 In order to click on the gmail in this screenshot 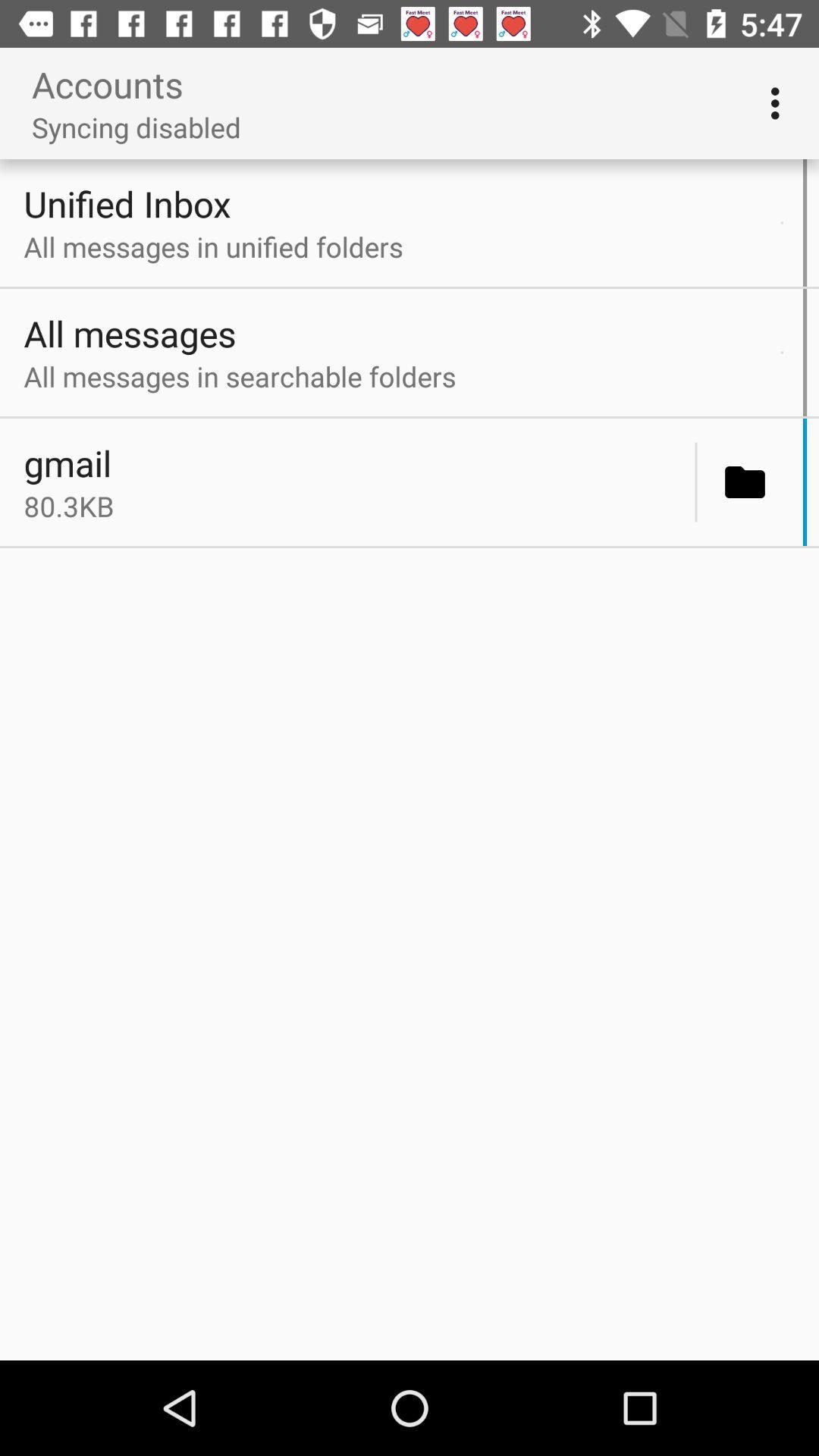, I will do `click(355, 462)`.